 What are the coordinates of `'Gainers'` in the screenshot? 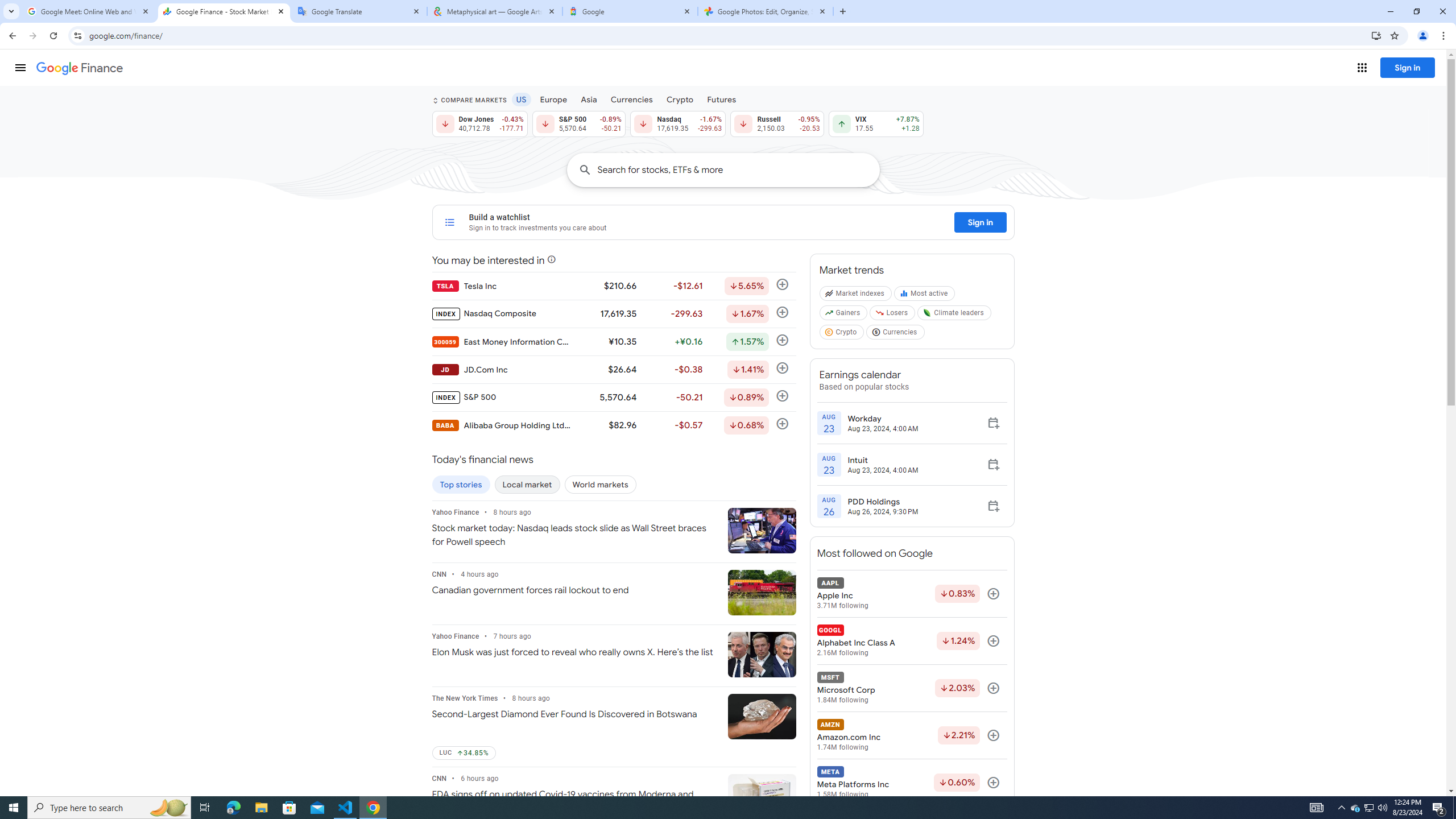 It's located at (843, 315).